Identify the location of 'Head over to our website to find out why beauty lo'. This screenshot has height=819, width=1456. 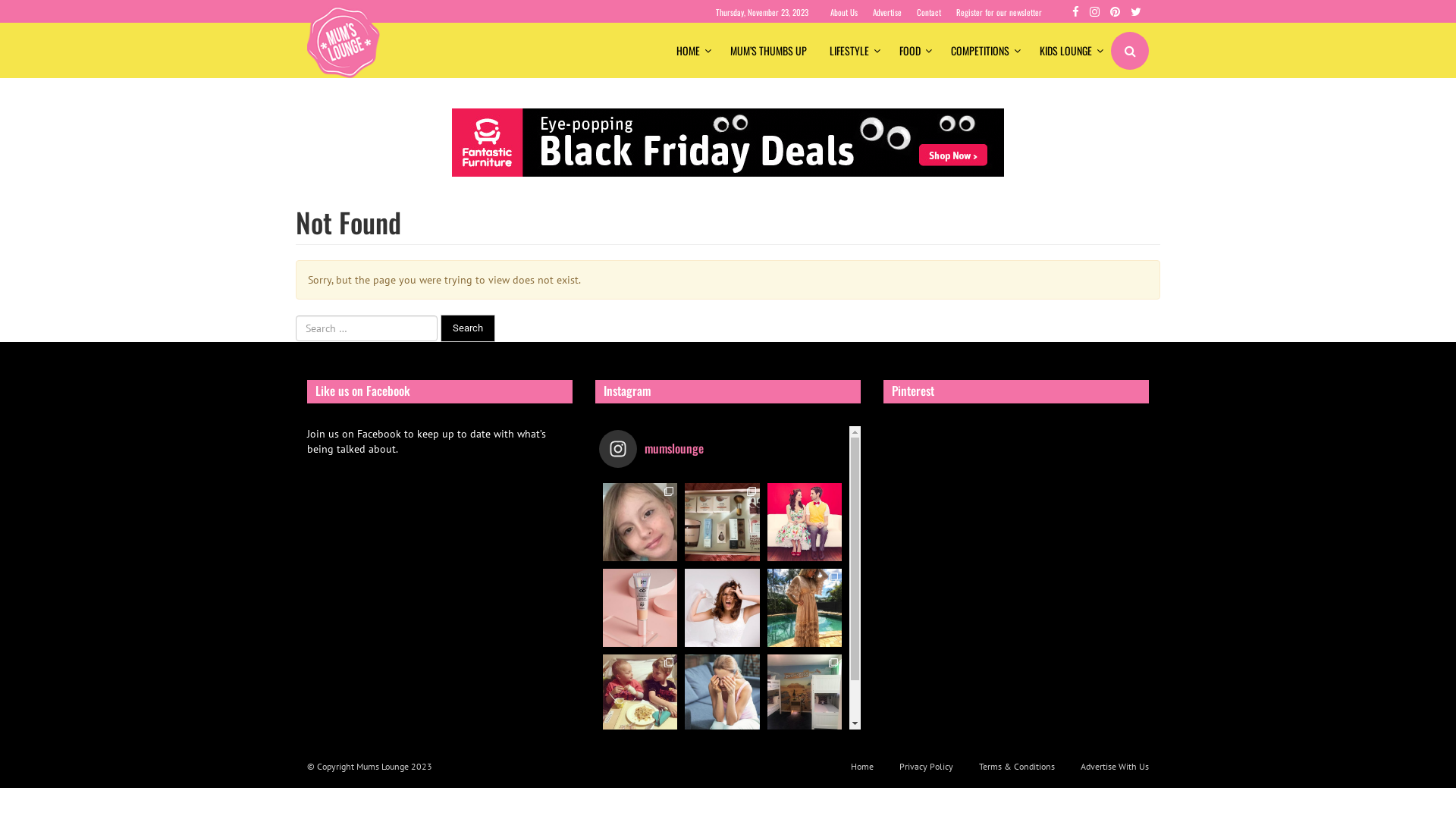
(640, 607).